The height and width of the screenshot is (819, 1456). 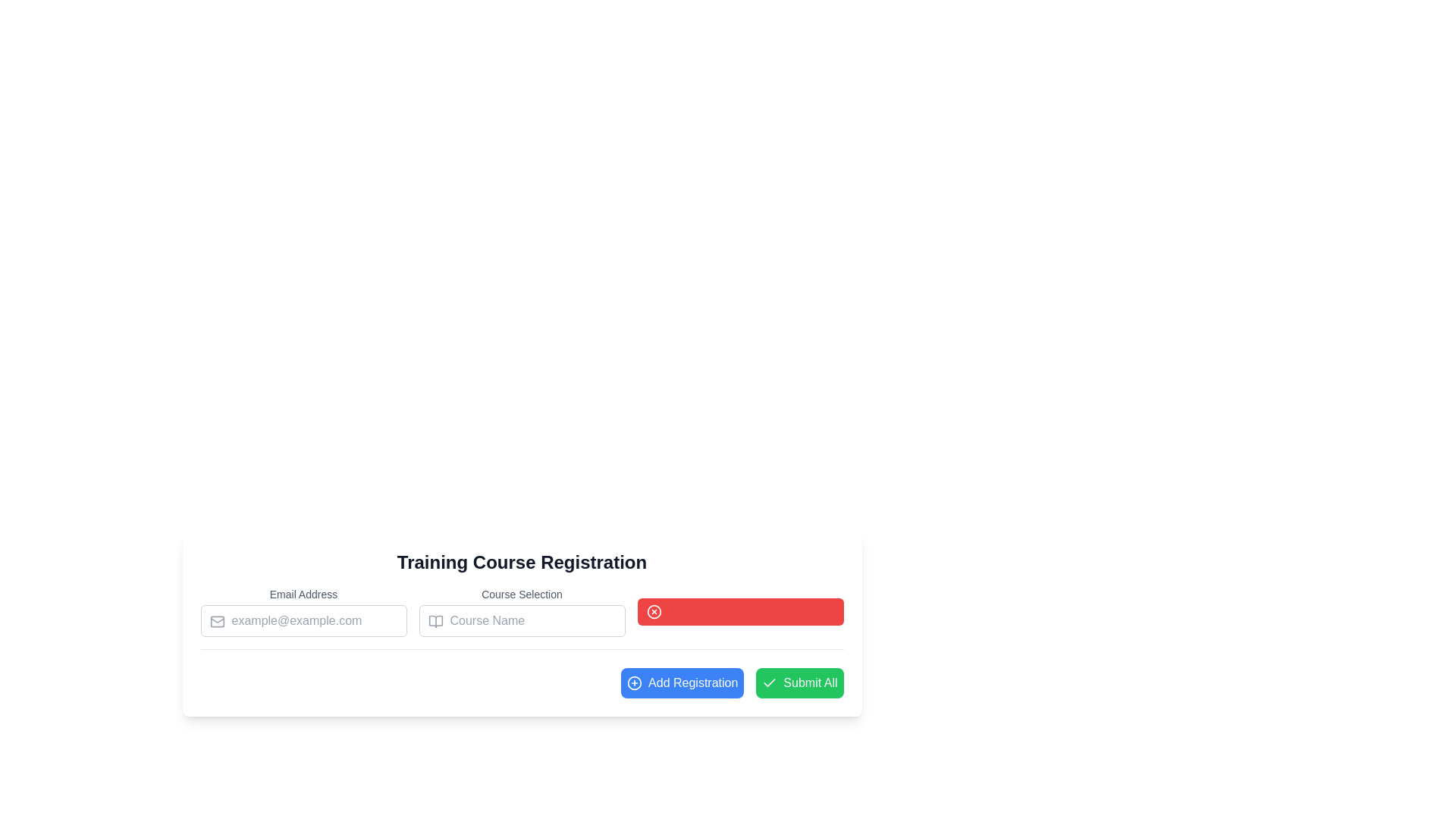 I want to click on the red rectangular button with rounded corners featuring a white outlined cross icon to trigger visual feedback, so click(x=740, y=610).